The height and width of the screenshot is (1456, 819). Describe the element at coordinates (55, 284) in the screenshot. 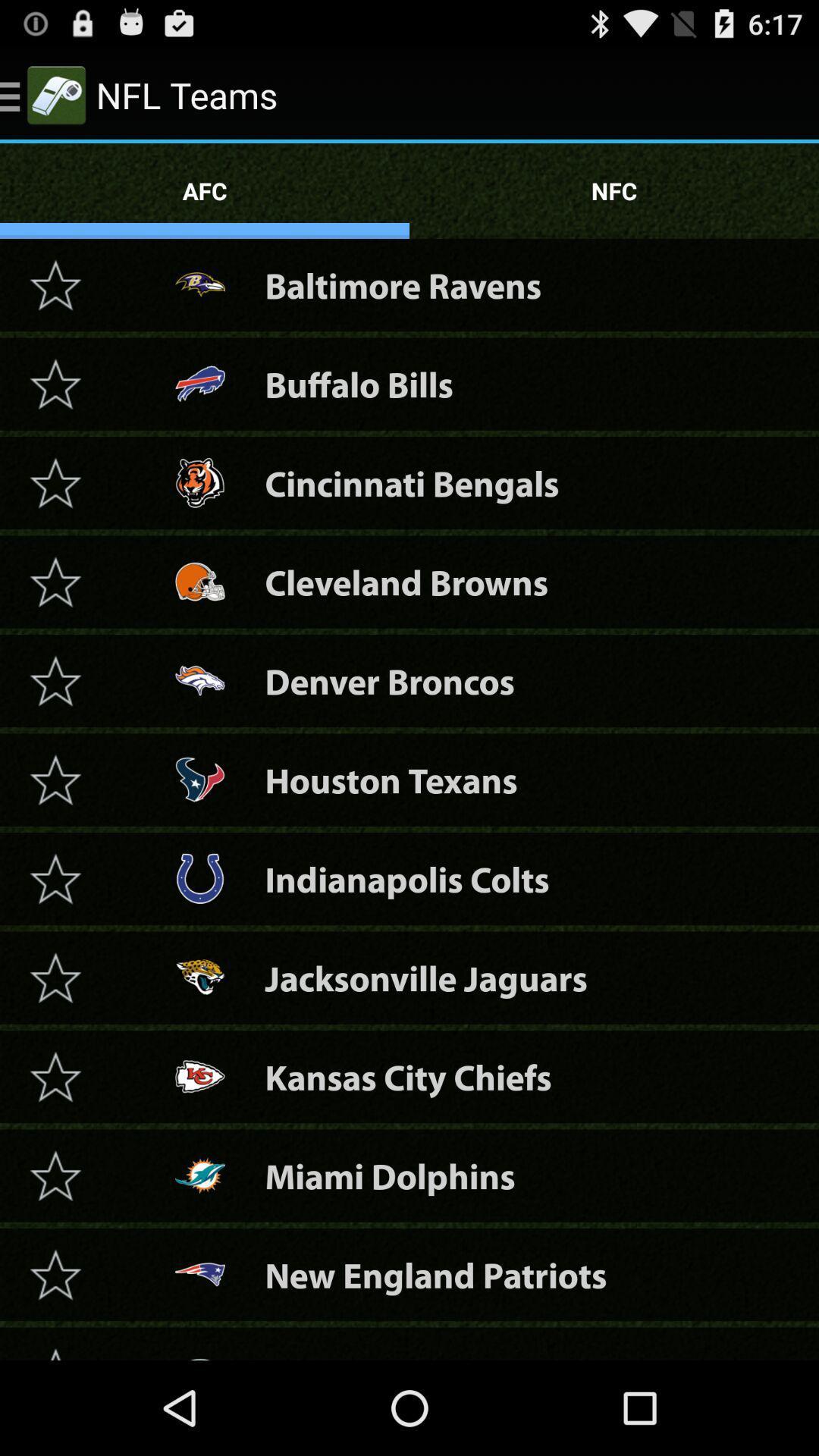

I see `favorite` at that location.